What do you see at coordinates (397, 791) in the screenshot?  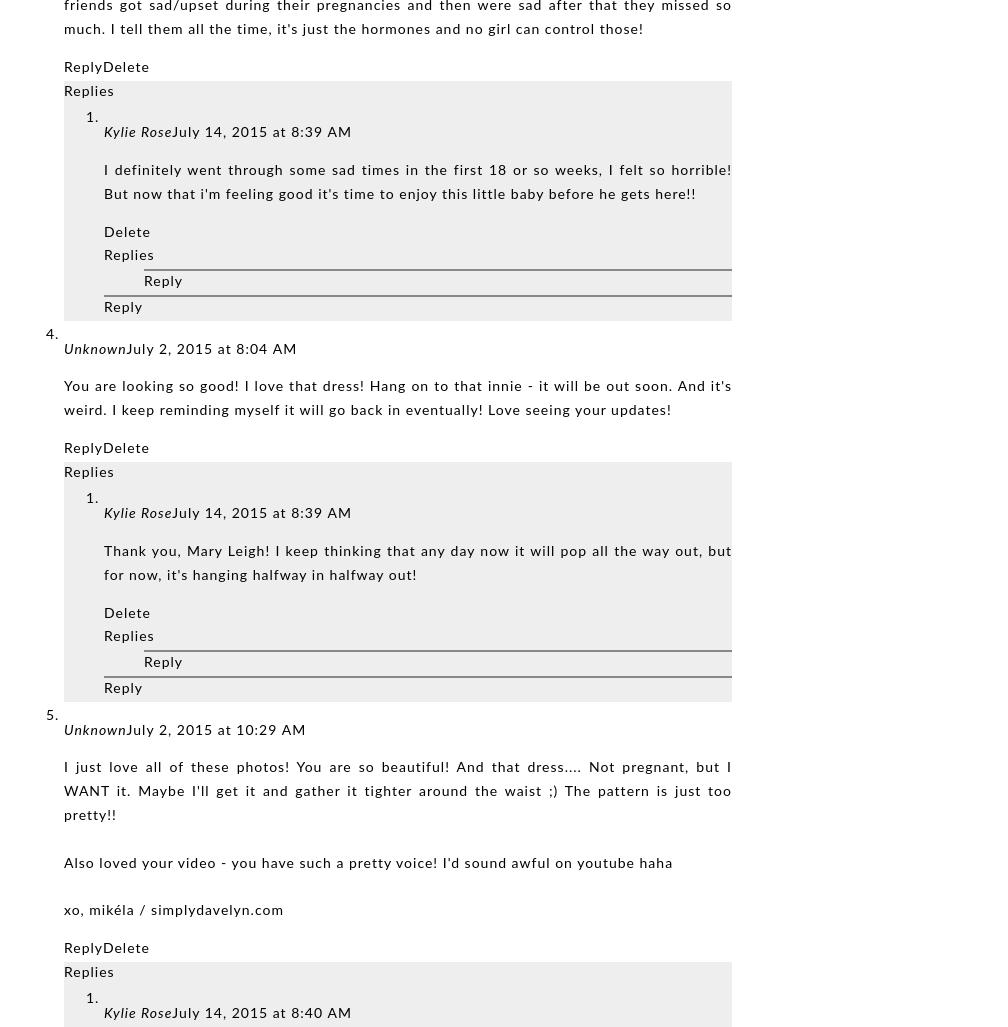 I see `'I just love all of these photos! You are so beautiful! And that dress.... Not pregnant, but I WANT it. Maybe I'll get it and gather it tighter around the waist ;) The pattern is just too pretty!!'` at bounding box center [397, 791].